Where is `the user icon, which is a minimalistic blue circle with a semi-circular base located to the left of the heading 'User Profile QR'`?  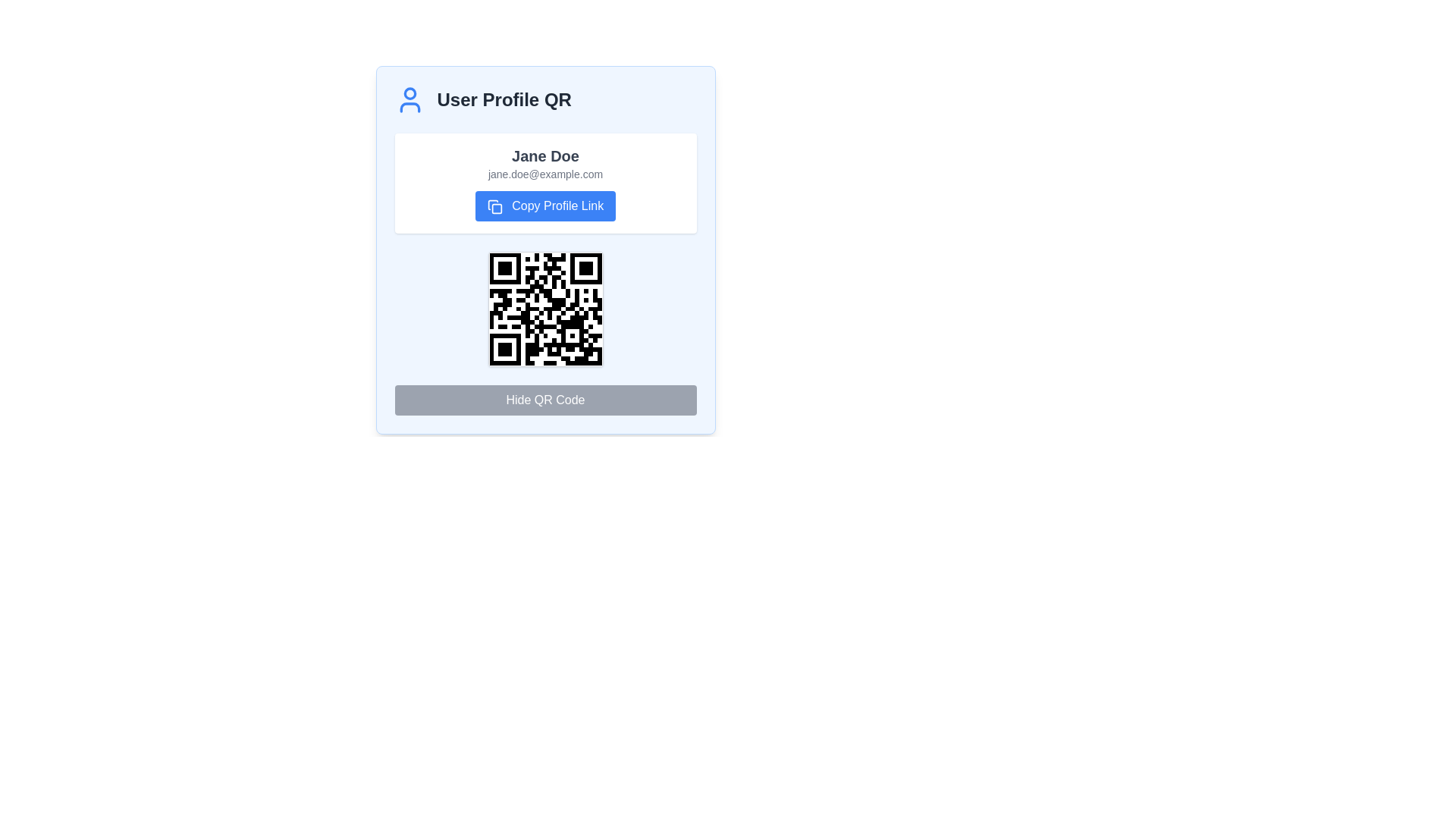
the user icon, which is a minimalistic blue circle with a semi-circular base located to the left of the heading 'User Profile QR' is located at coordinates (409, 99).